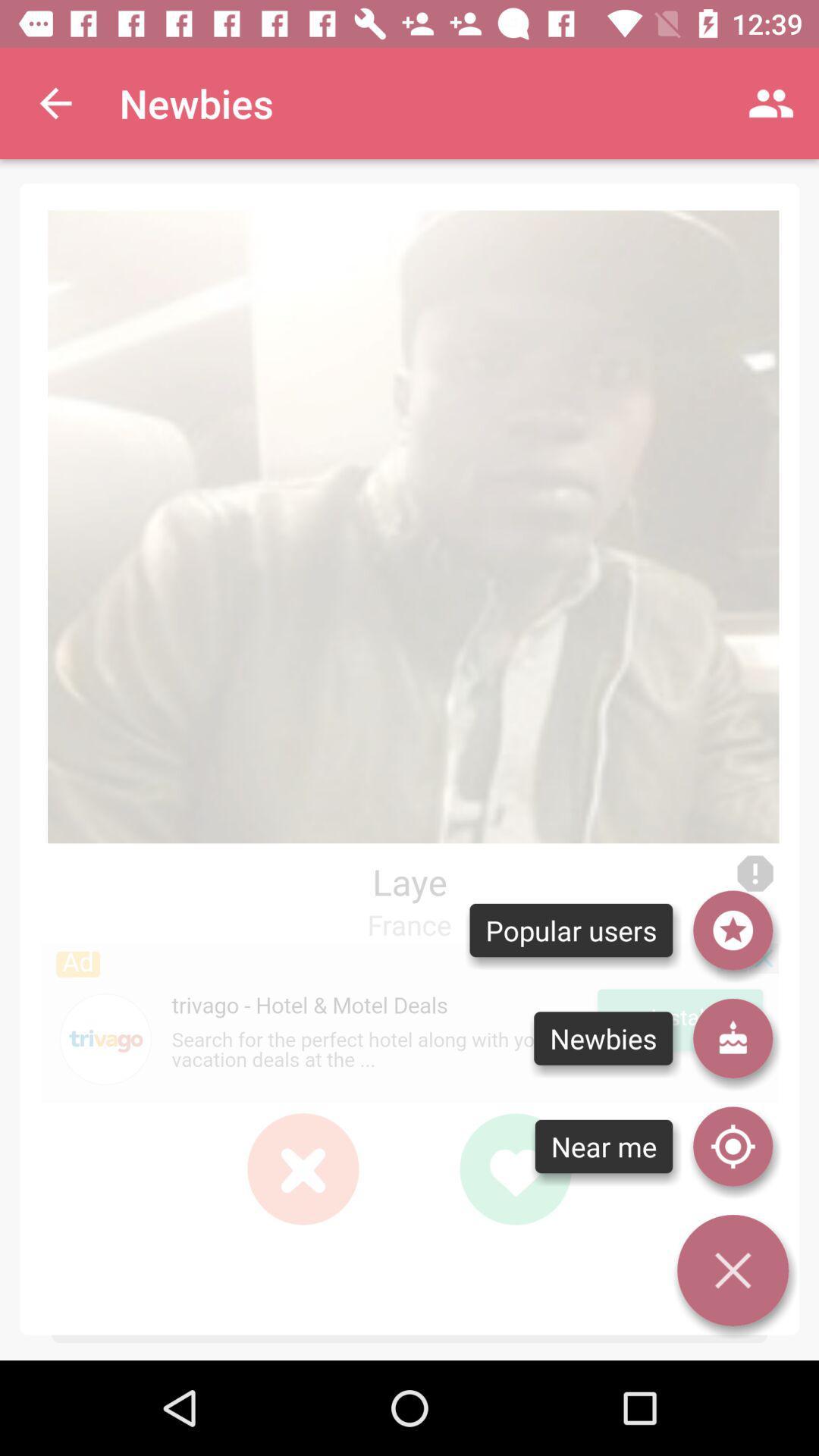  What do you see at coordinates (303, 1168) in the screenshot?
I see `the close icon` at bounding box center [303, 1168].